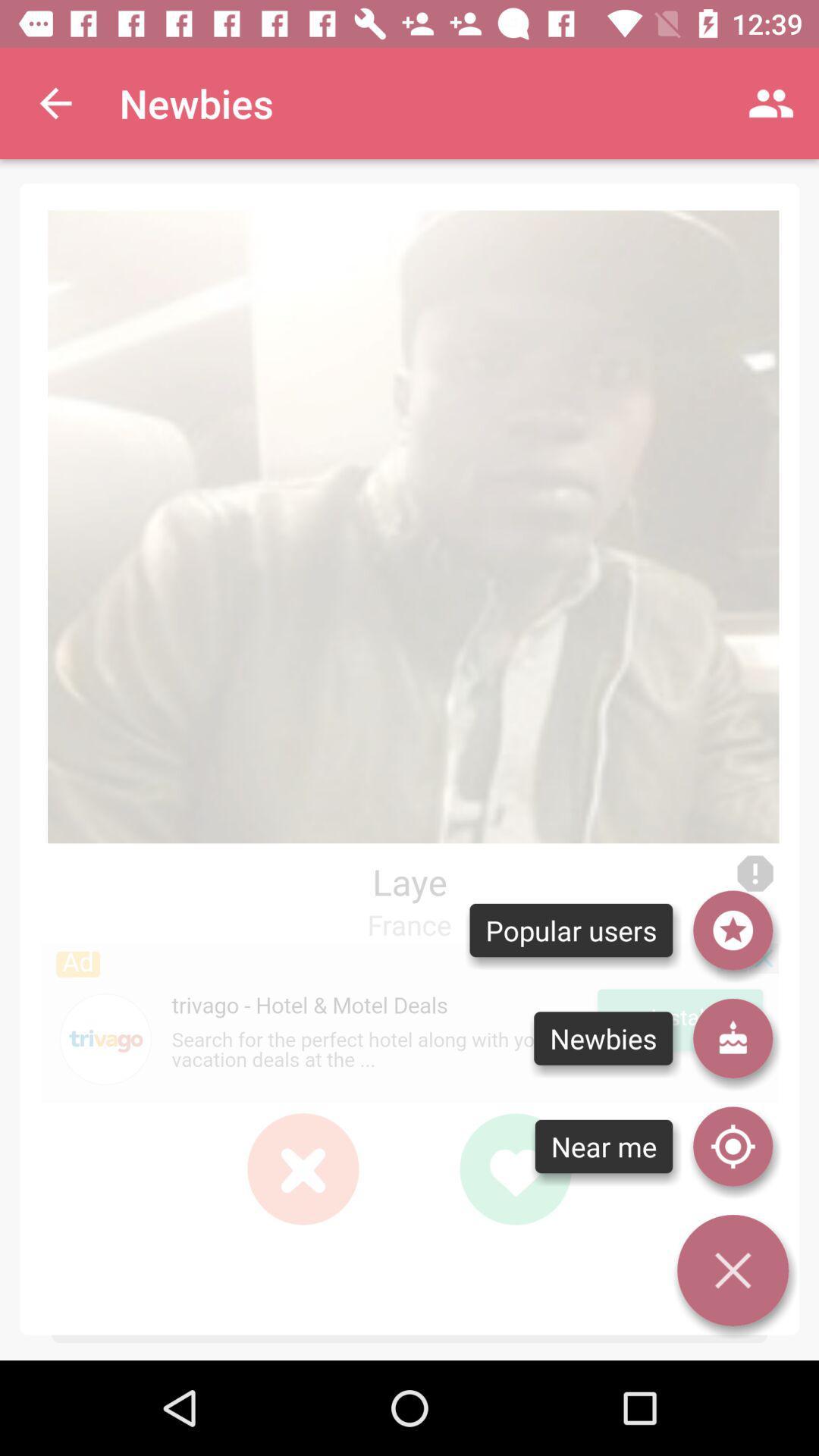  What do you see at coordinates (303, 1168) in the screenshot?
I see `the close icon` at bounding box center [303, 1168].